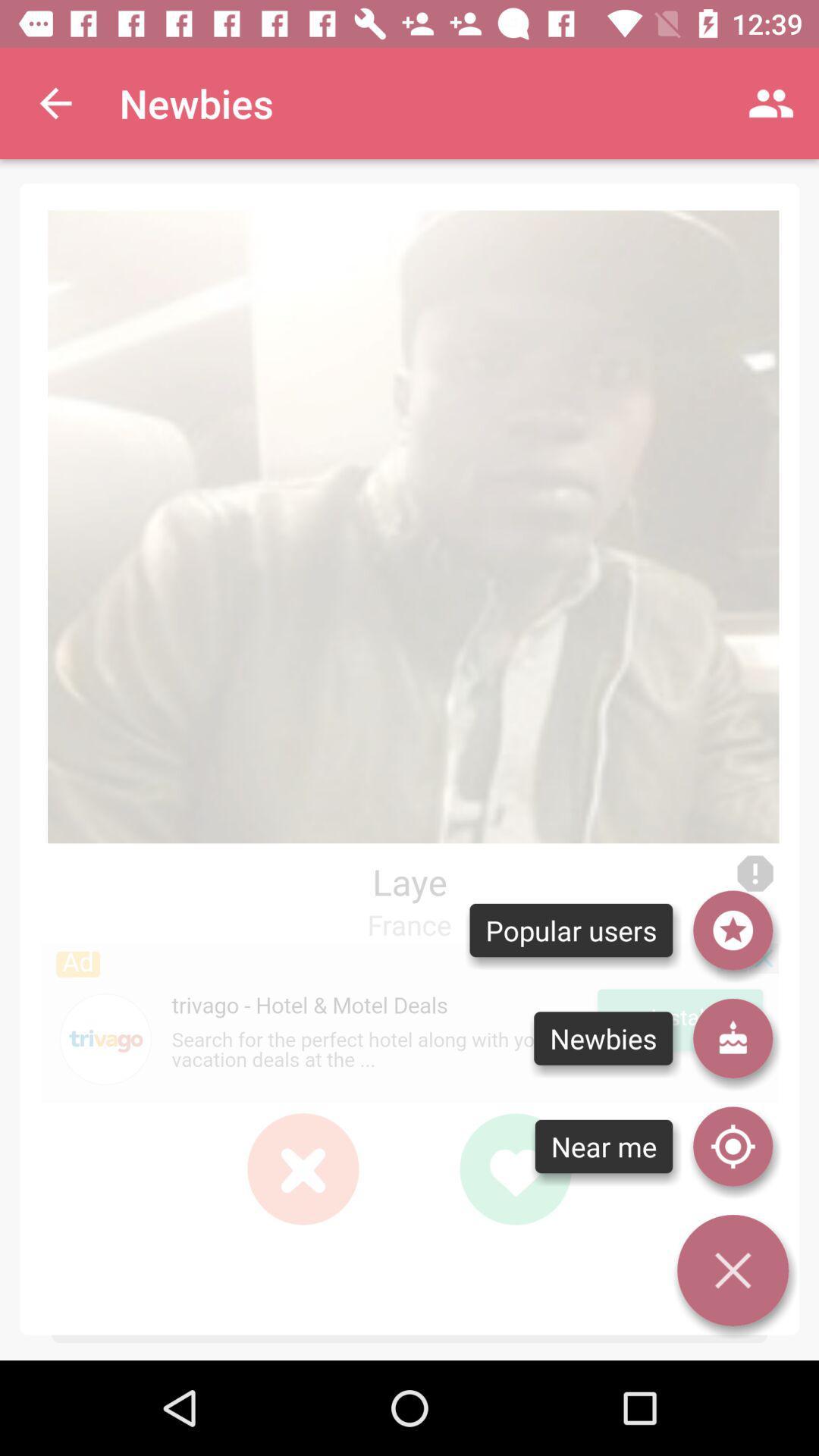  What do you see at coordinates (303, 1168) in the screenshot?
I see `the close icon` at bounding box center [303, 1168].